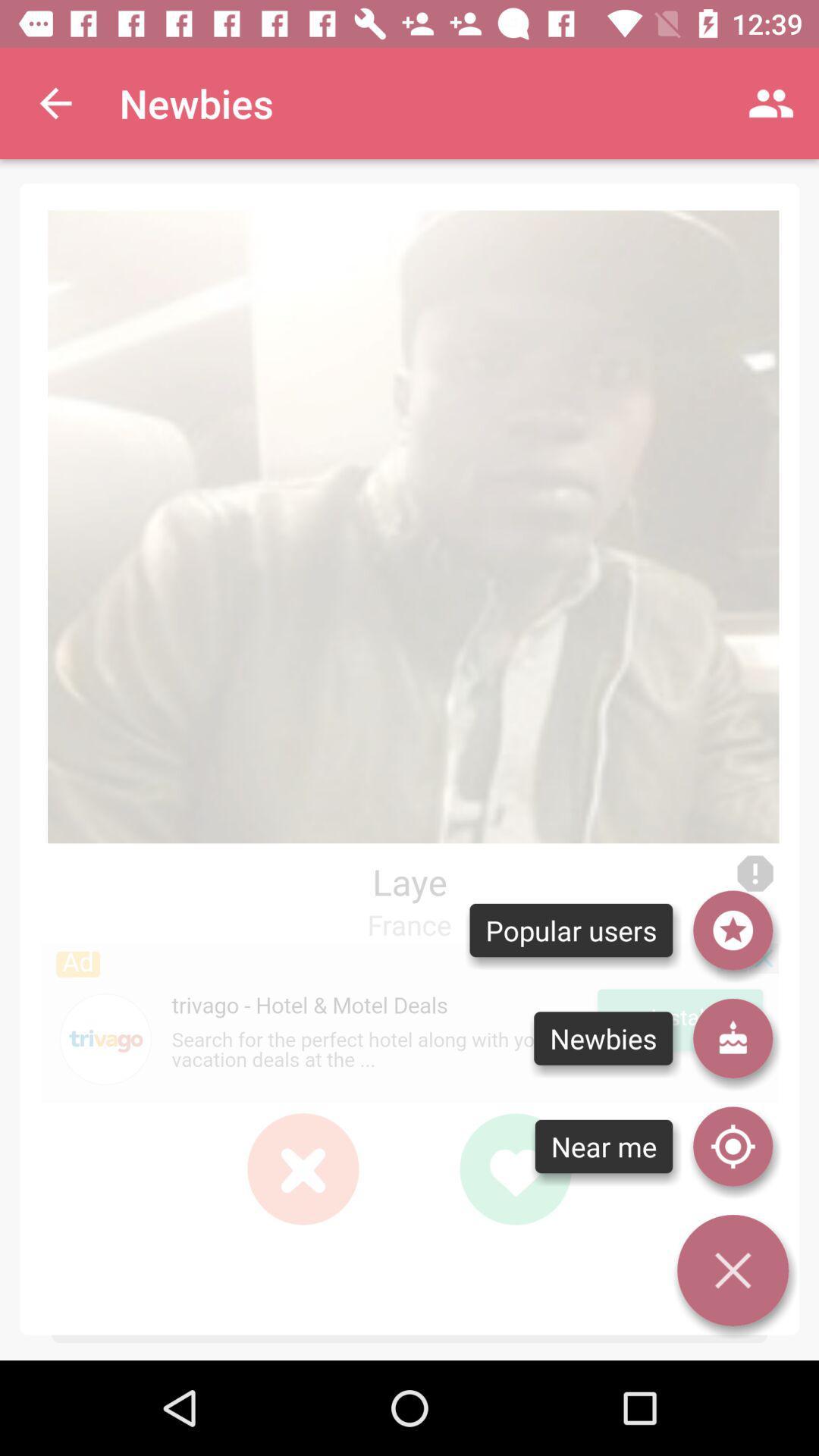  What do you see at coordinates (303, 1168) in the screenshot?
I see `the close icon` at bounding box center [303, 1168].